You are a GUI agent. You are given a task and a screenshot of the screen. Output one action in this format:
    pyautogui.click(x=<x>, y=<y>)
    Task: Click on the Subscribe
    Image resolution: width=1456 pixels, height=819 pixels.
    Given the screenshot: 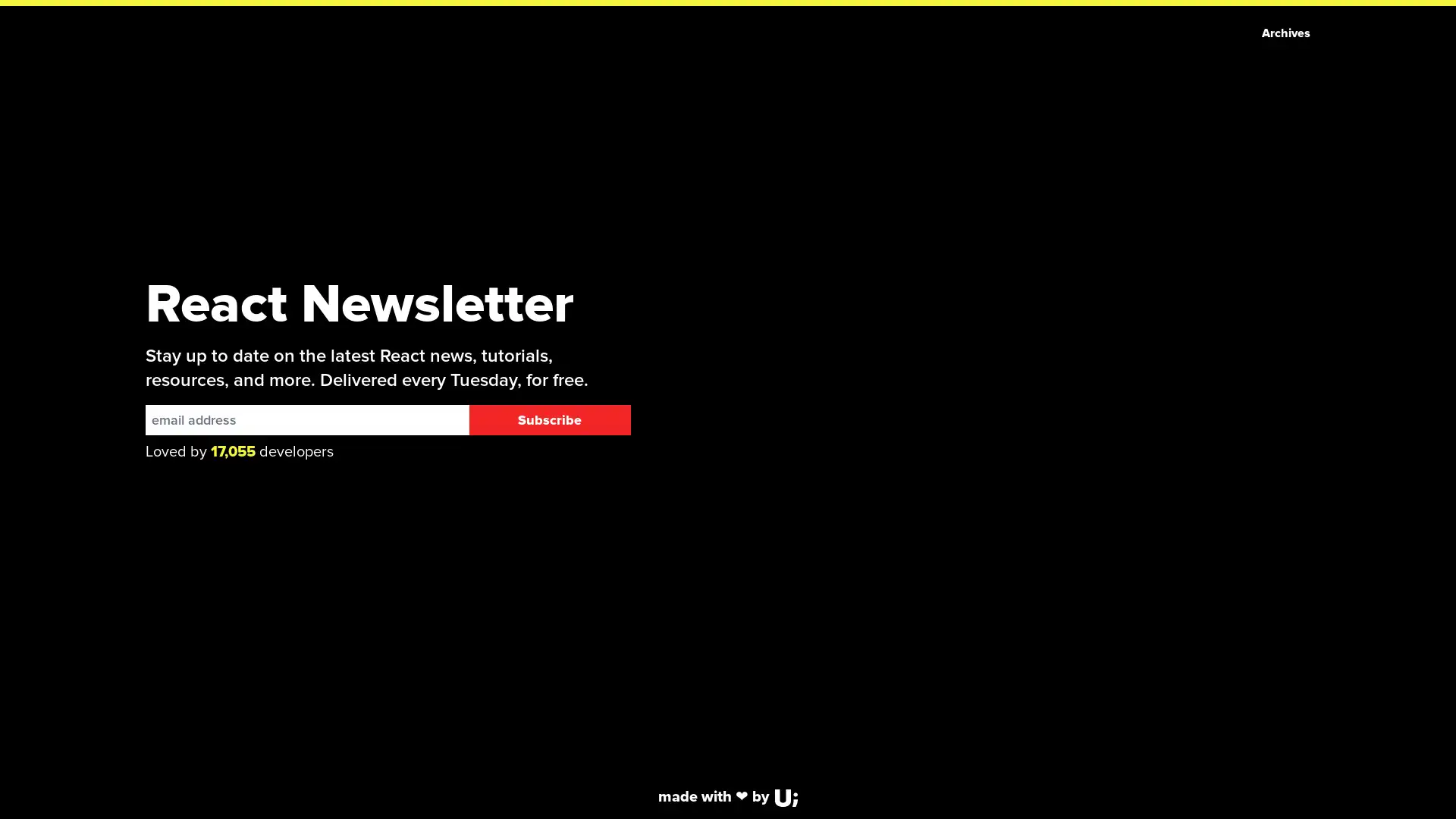 What is the action you would take?
    pyautogui.click(x=548, y=420)
    